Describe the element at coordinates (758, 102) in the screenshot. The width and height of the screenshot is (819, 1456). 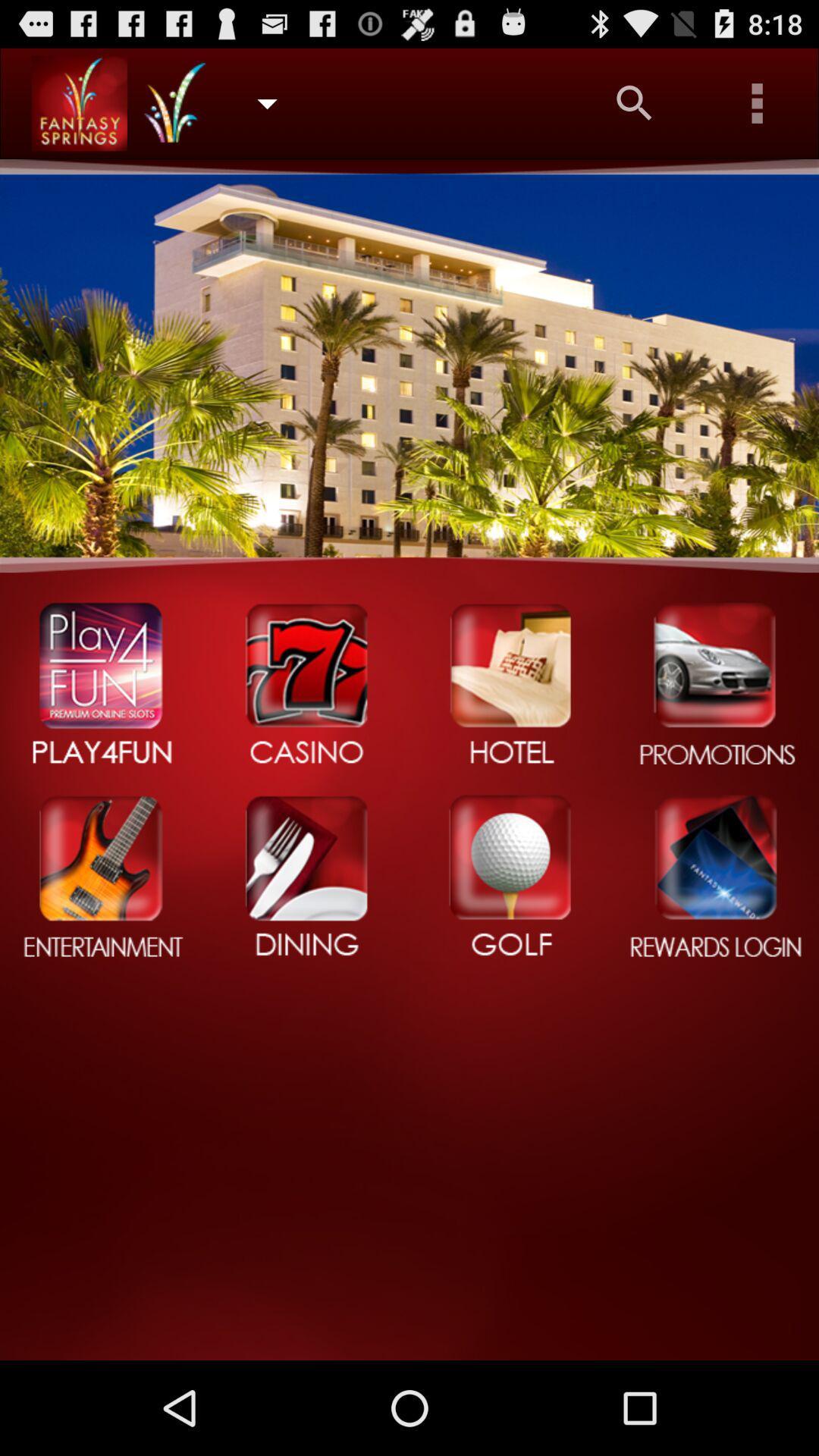
I see `3 dots menu` at that location.